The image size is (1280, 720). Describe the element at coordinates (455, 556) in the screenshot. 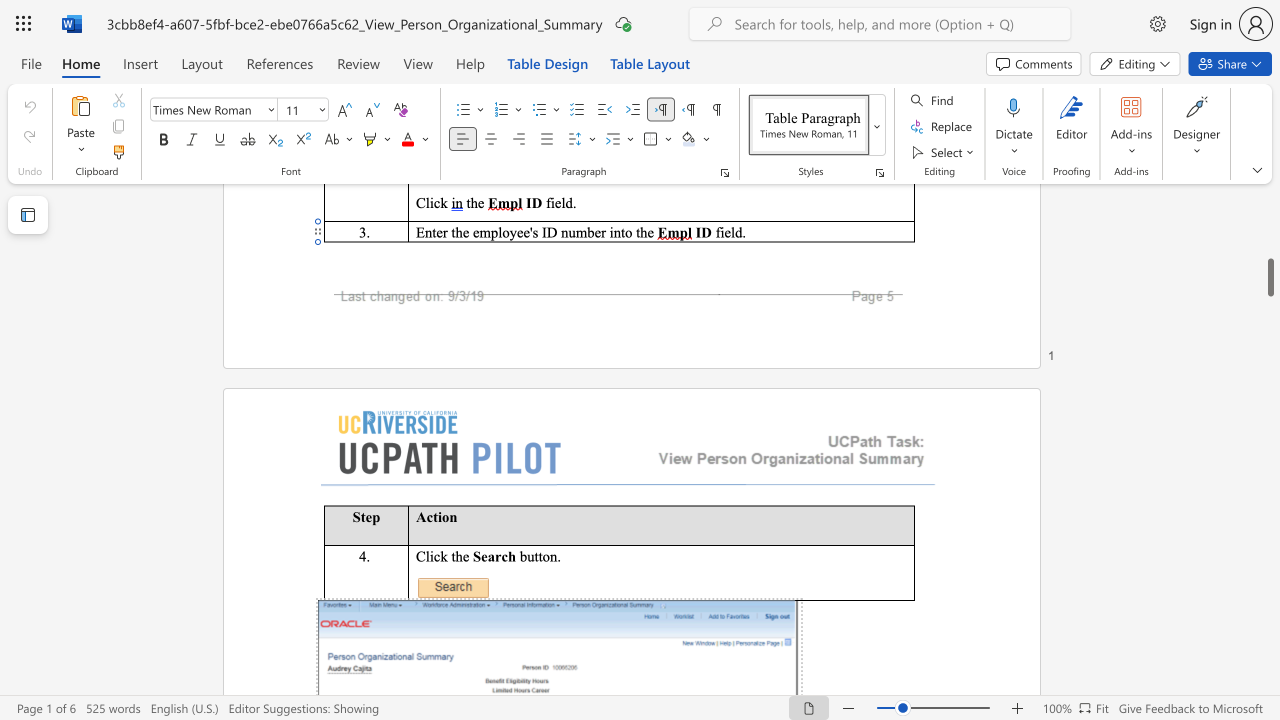

I see `the space between the continuous character "t" and "h" in the text` at that location.